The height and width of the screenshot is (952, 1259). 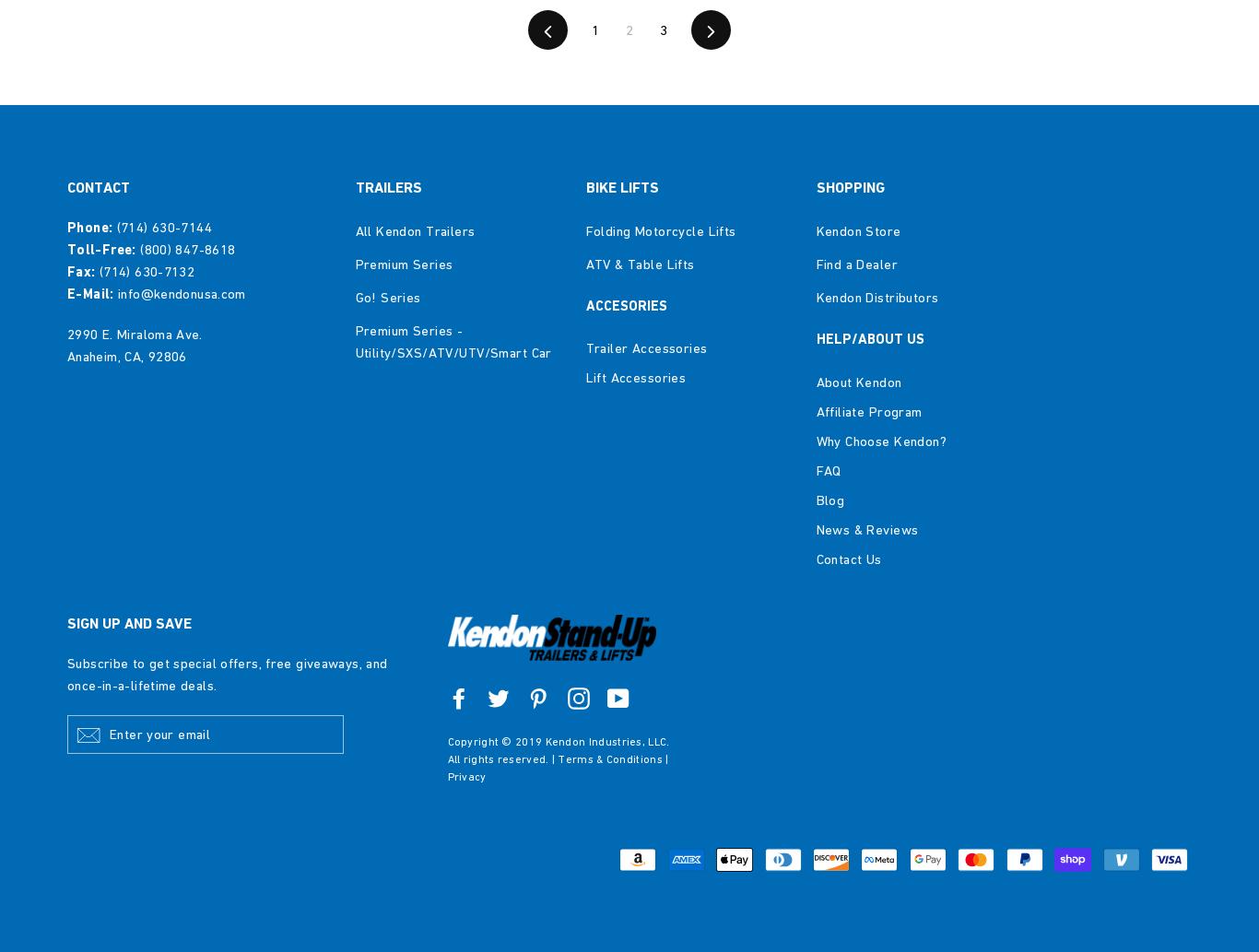 I want to click on 'Lift Accessories', so click(x=635, y=377).